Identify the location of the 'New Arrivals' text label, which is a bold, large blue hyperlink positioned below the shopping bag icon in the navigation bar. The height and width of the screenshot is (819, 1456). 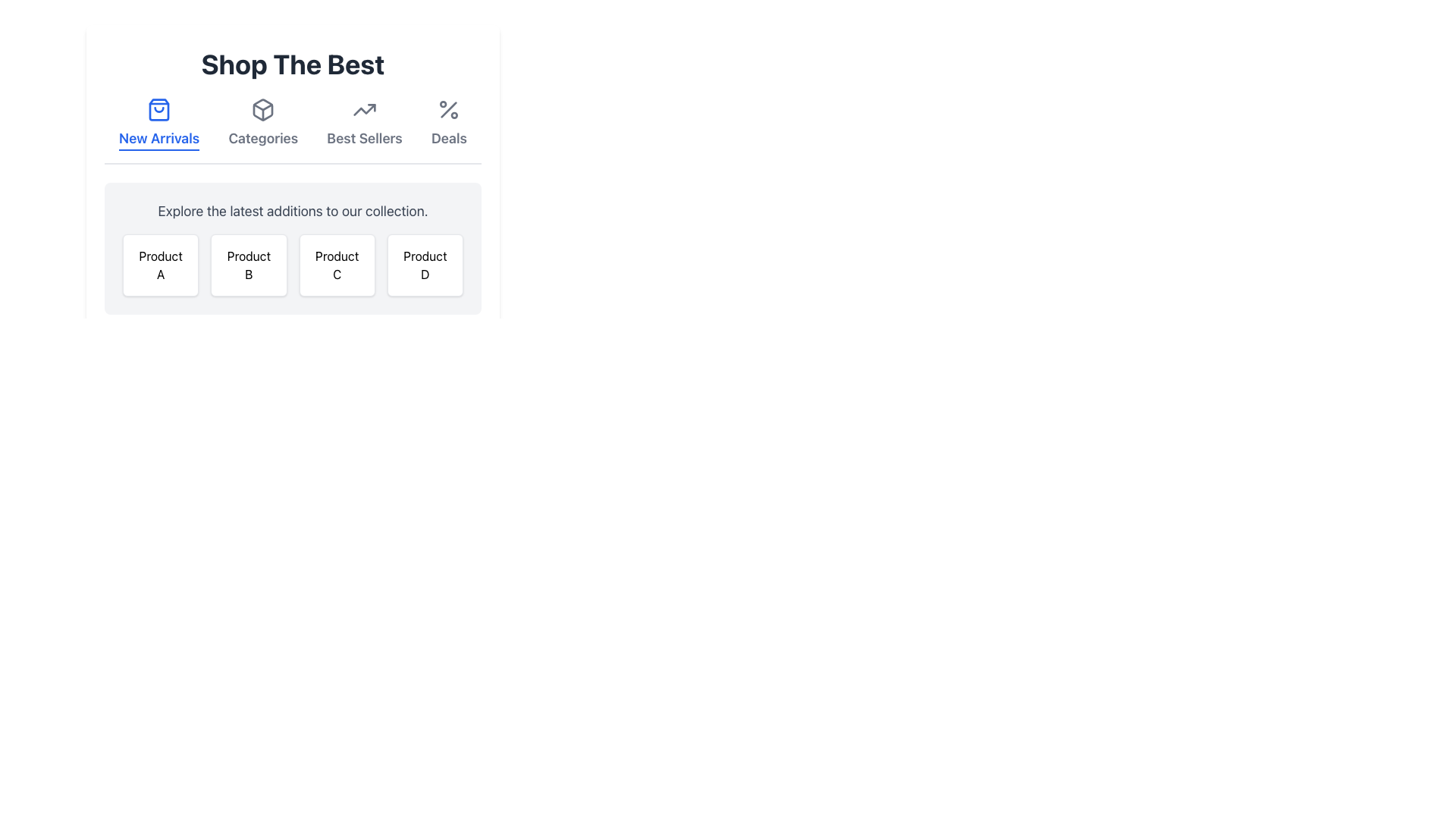
(159, 138).